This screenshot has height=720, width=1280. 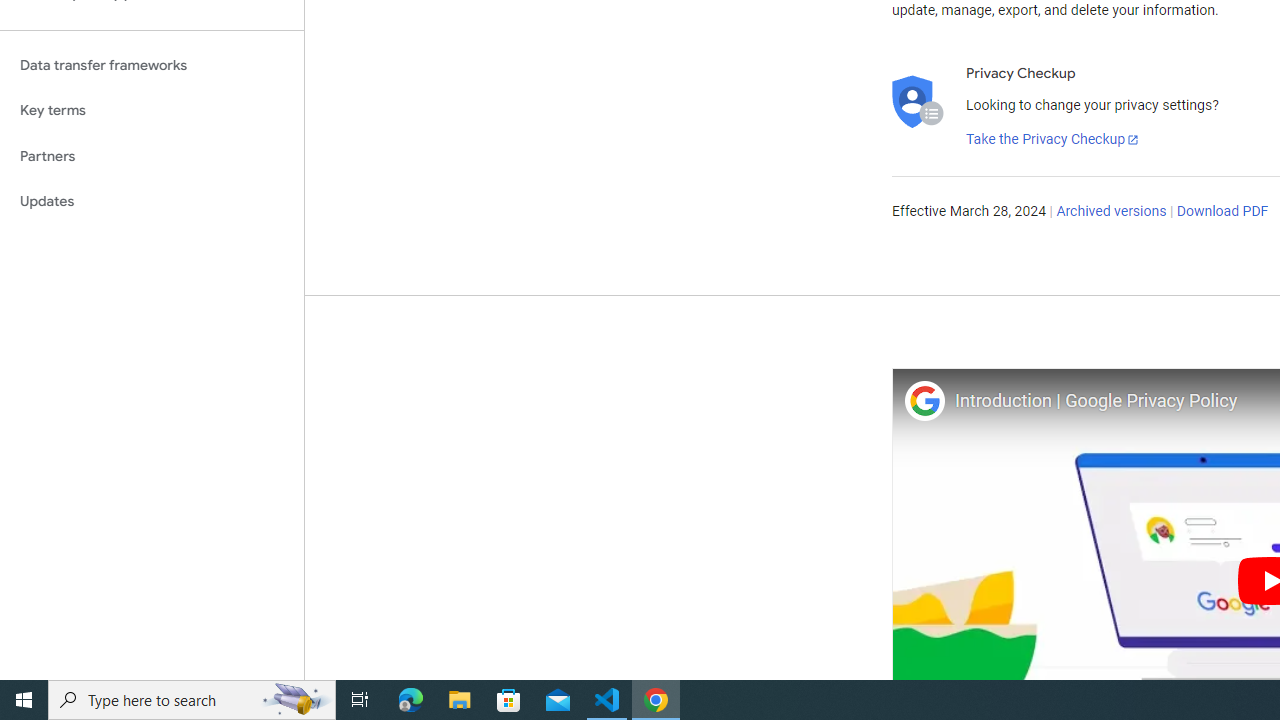 What do you see at coordinates (1110, 212) in the screenshot?
I see `'Archived versions'` at bounding box center [1110, 212].